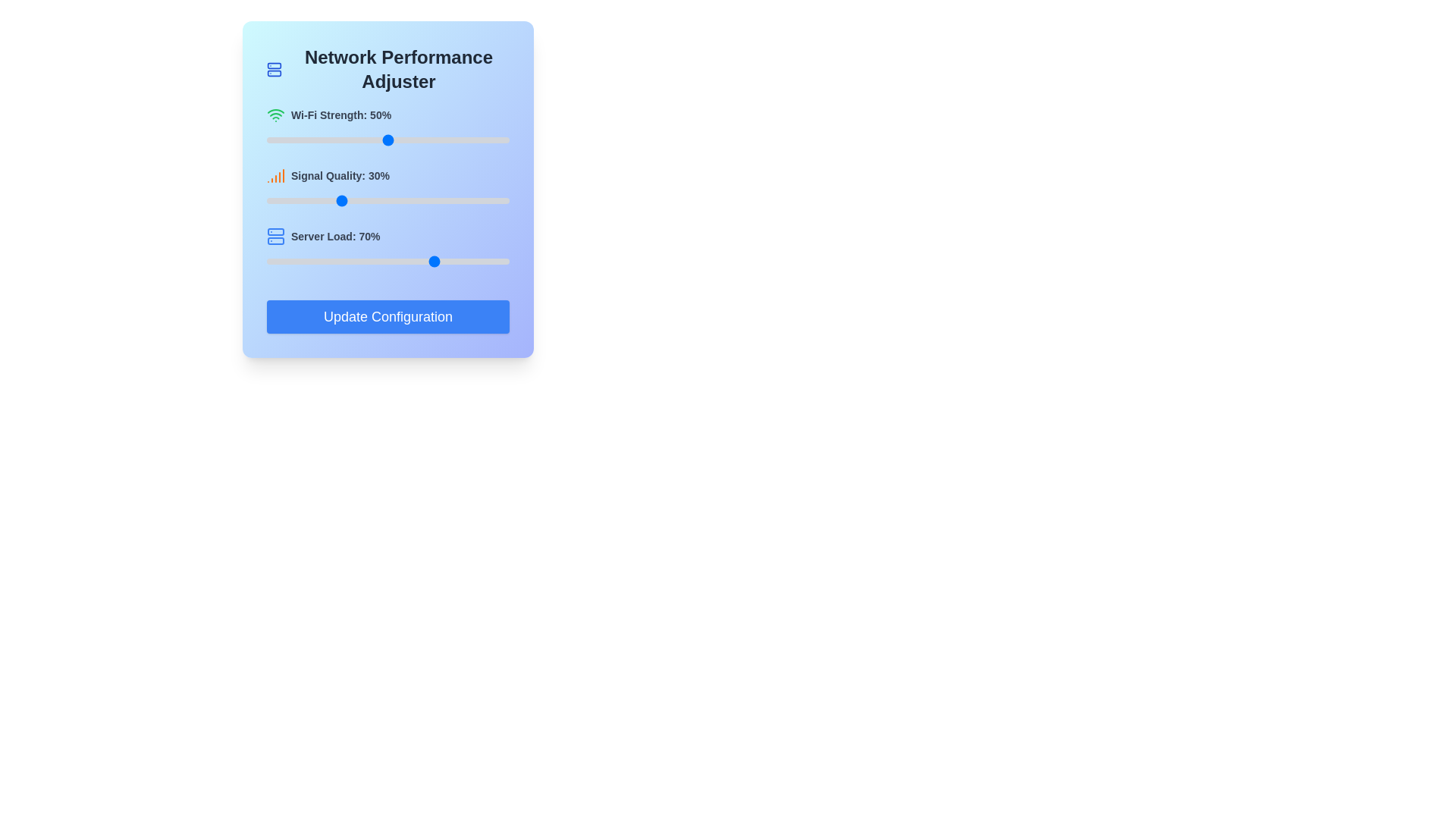  What do you see at coordinates (351, 200) in the screenshot?
I see `the signal quality` at bounding box center [351, 200].